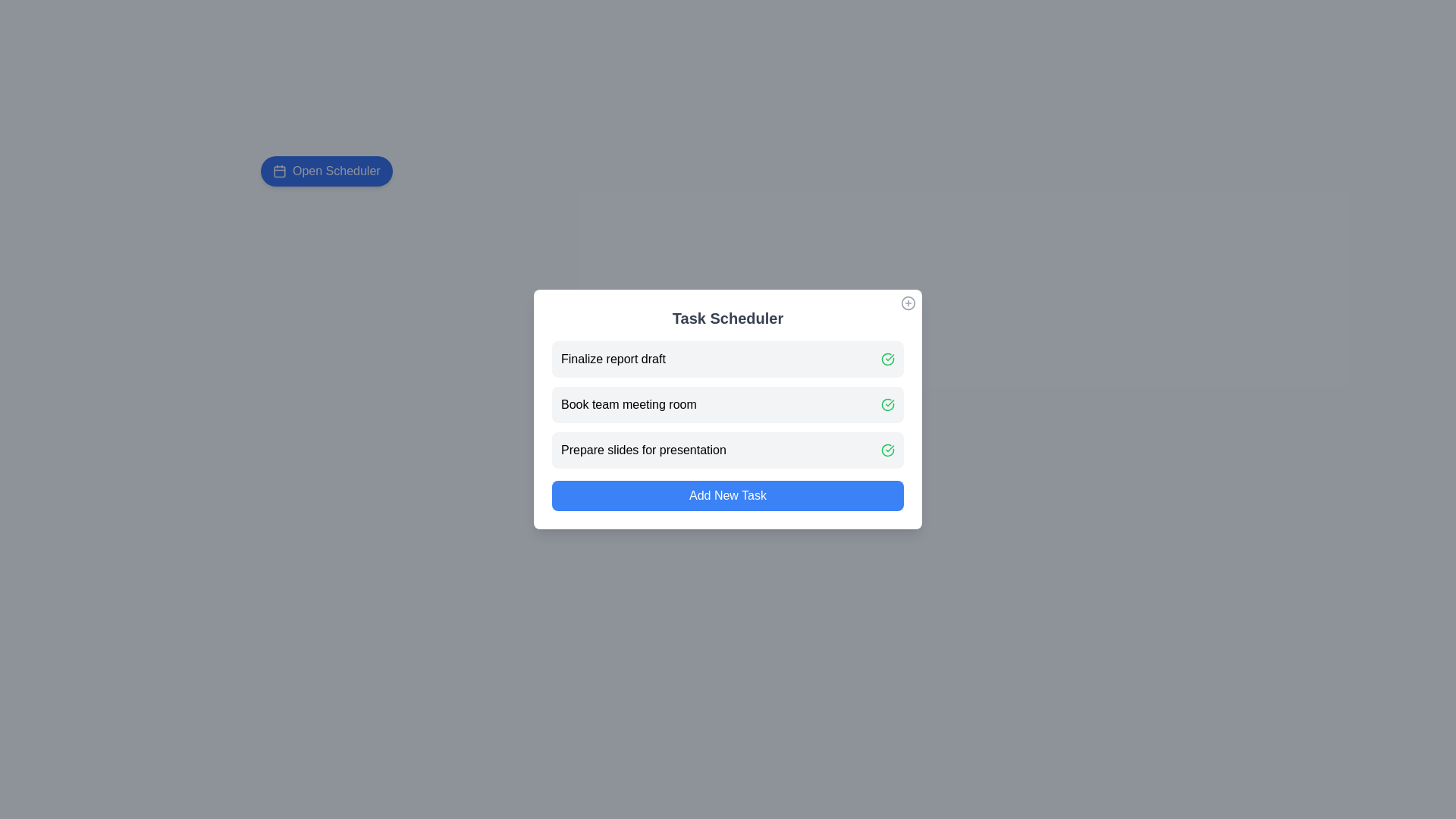  What do you see at coordinates (908, 303) in the screenshot?
I see `the small circular button with a '+' icon located in the upper-right corner of the 'Task Scheduler' dialog box to change its color` at bounding box center [908, 303].